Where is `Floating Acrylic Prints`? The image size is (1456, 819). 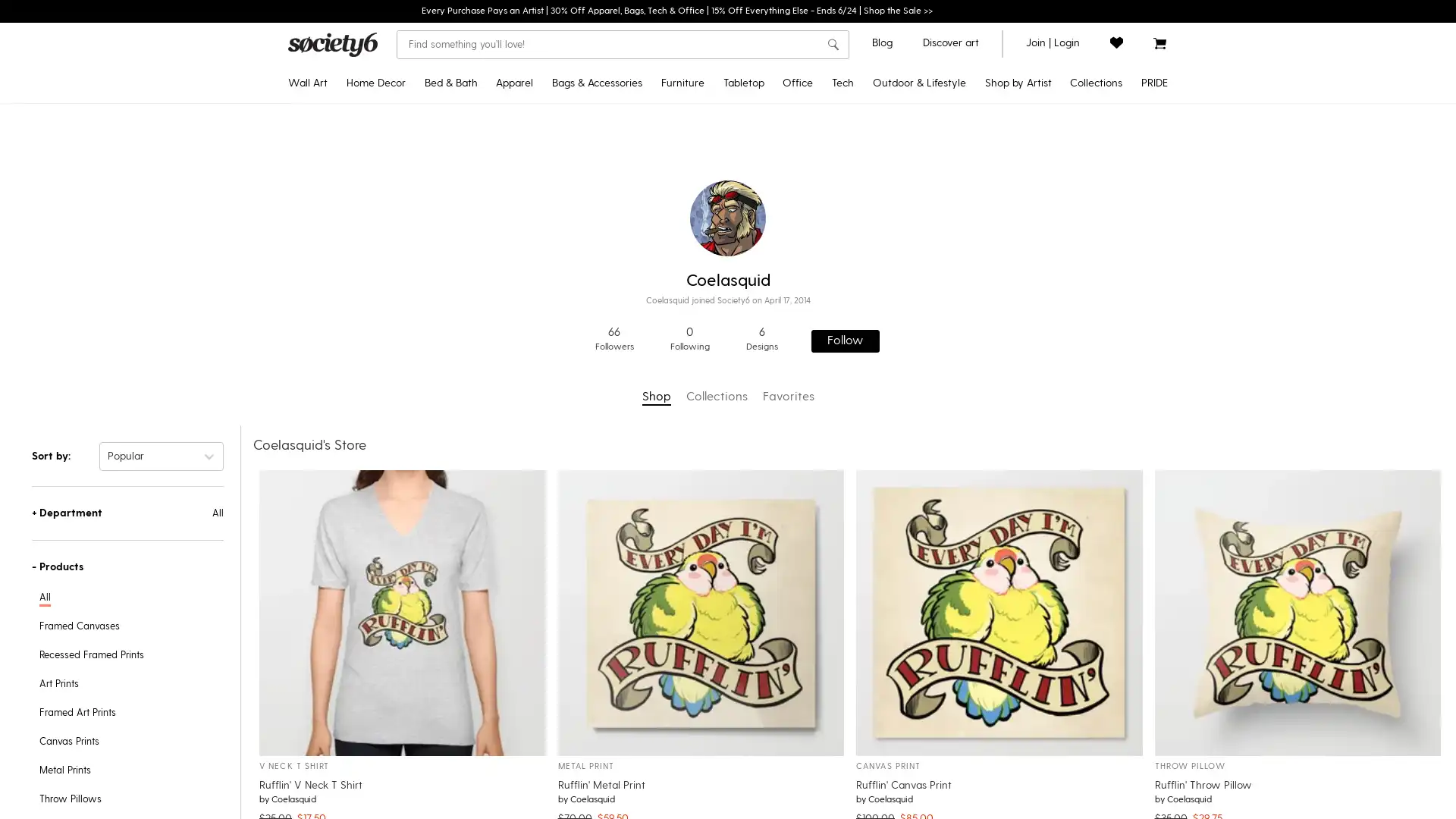 Floating Acrylic Prints is located at coordinates (356, 292).